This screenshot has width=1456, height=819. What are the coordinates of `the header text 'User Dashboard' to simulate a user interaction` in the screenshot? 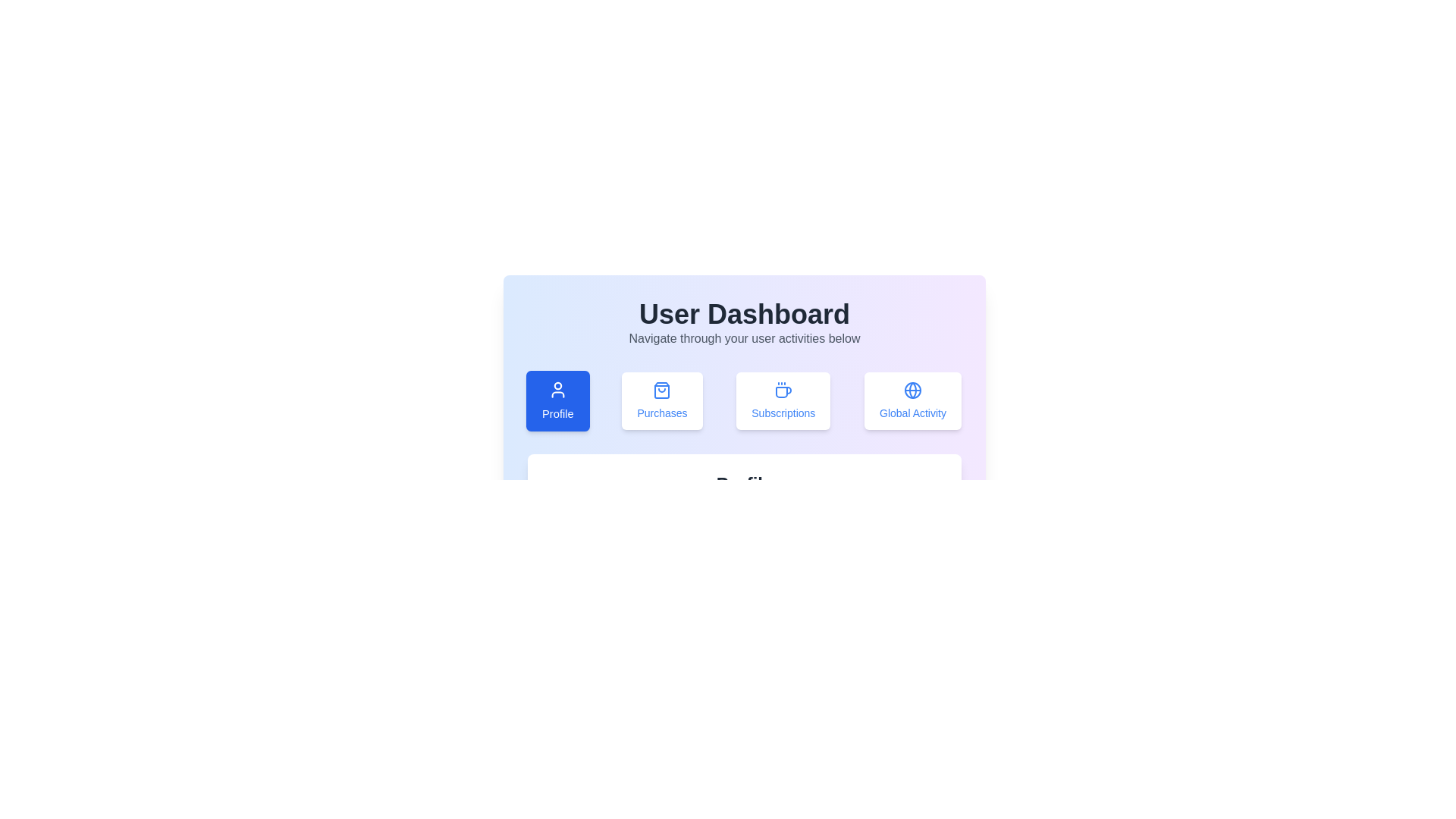 It's located at (745, 314).